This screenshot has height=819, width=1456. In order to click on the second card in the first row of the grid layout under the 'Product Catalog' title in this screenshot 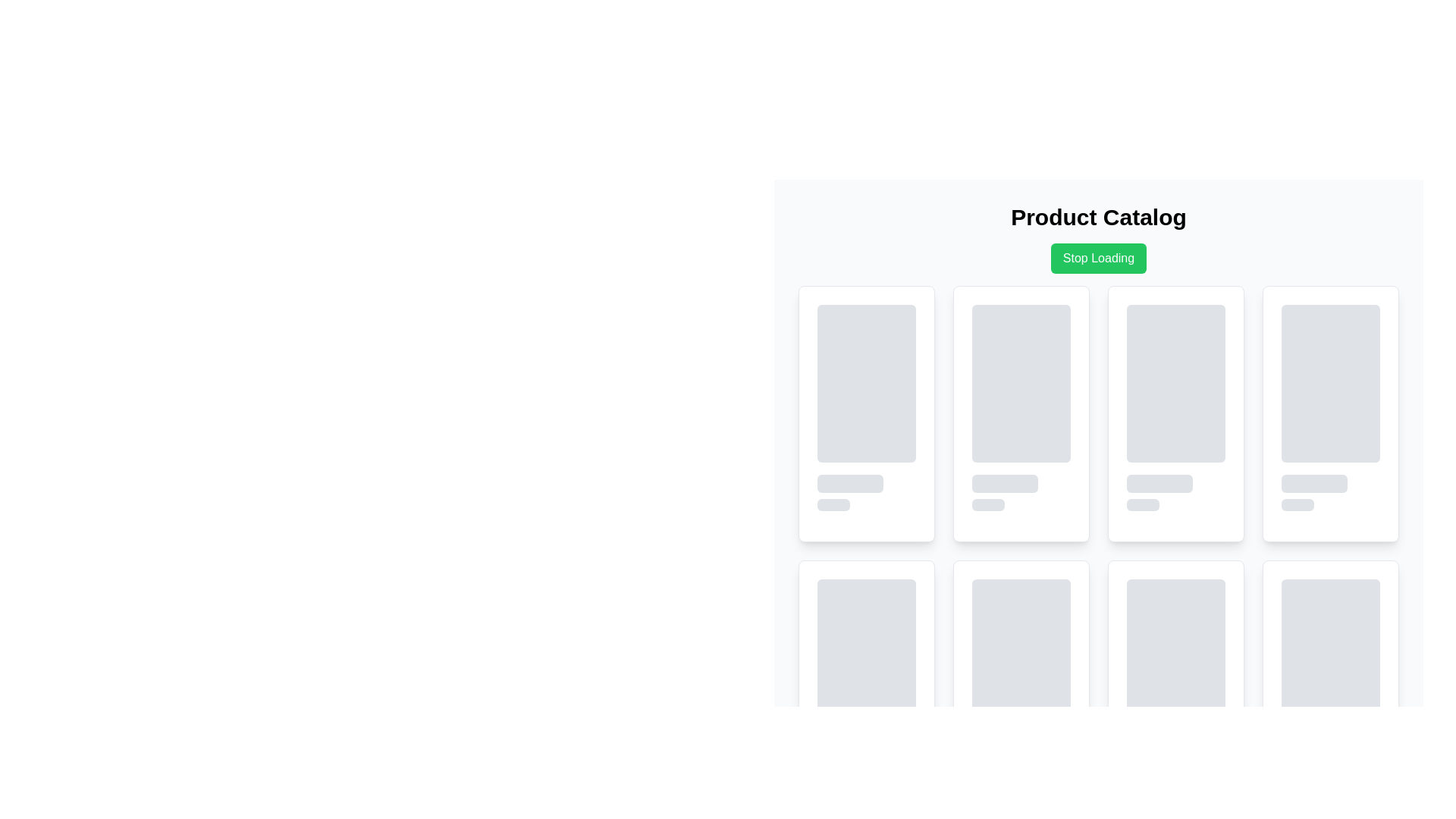, I will do `click(1021, 414)`.